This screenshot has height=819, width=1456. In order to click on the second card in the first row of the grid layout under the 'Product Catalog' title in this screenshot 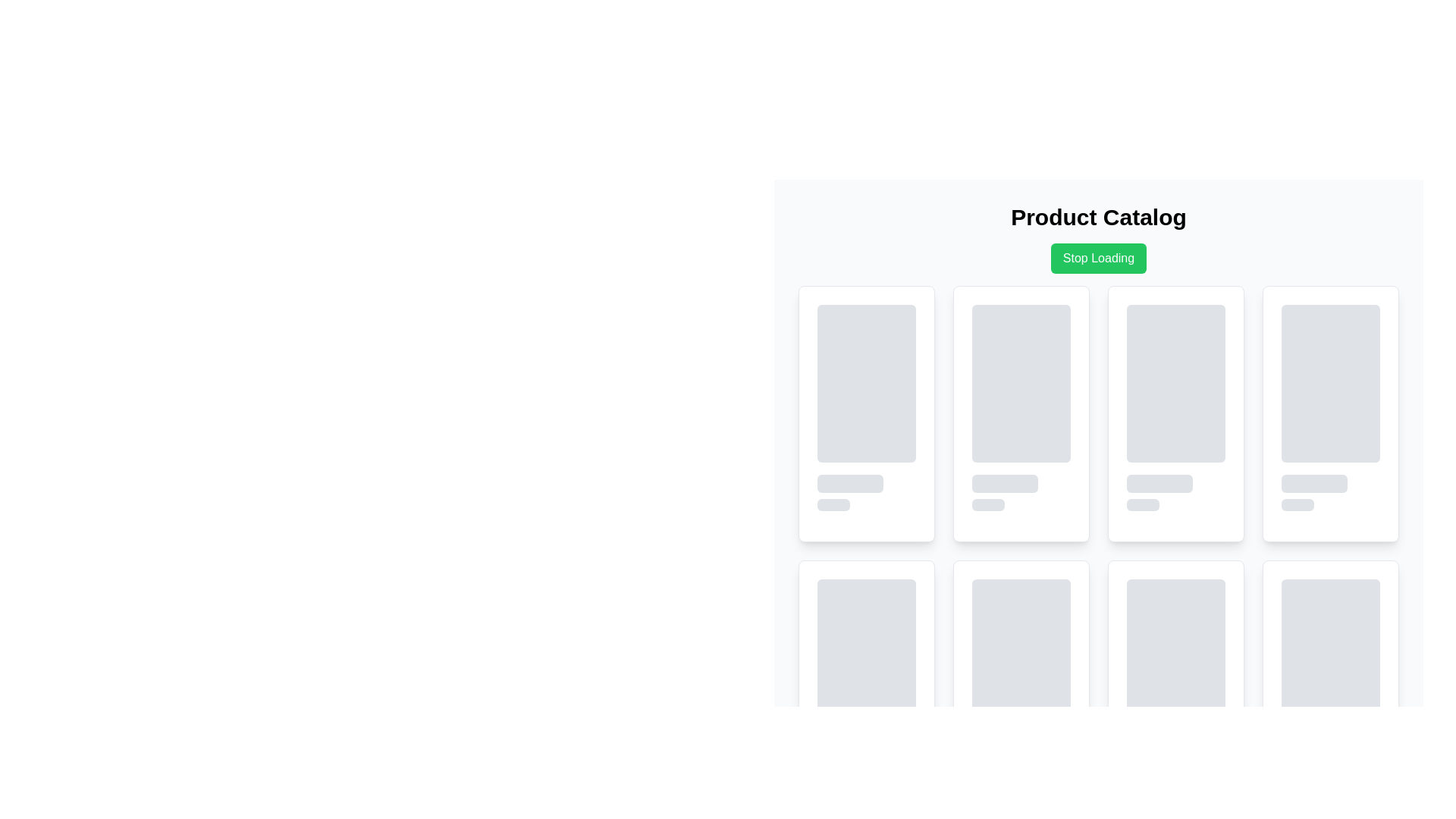, I will do `click(1021, 414)`.